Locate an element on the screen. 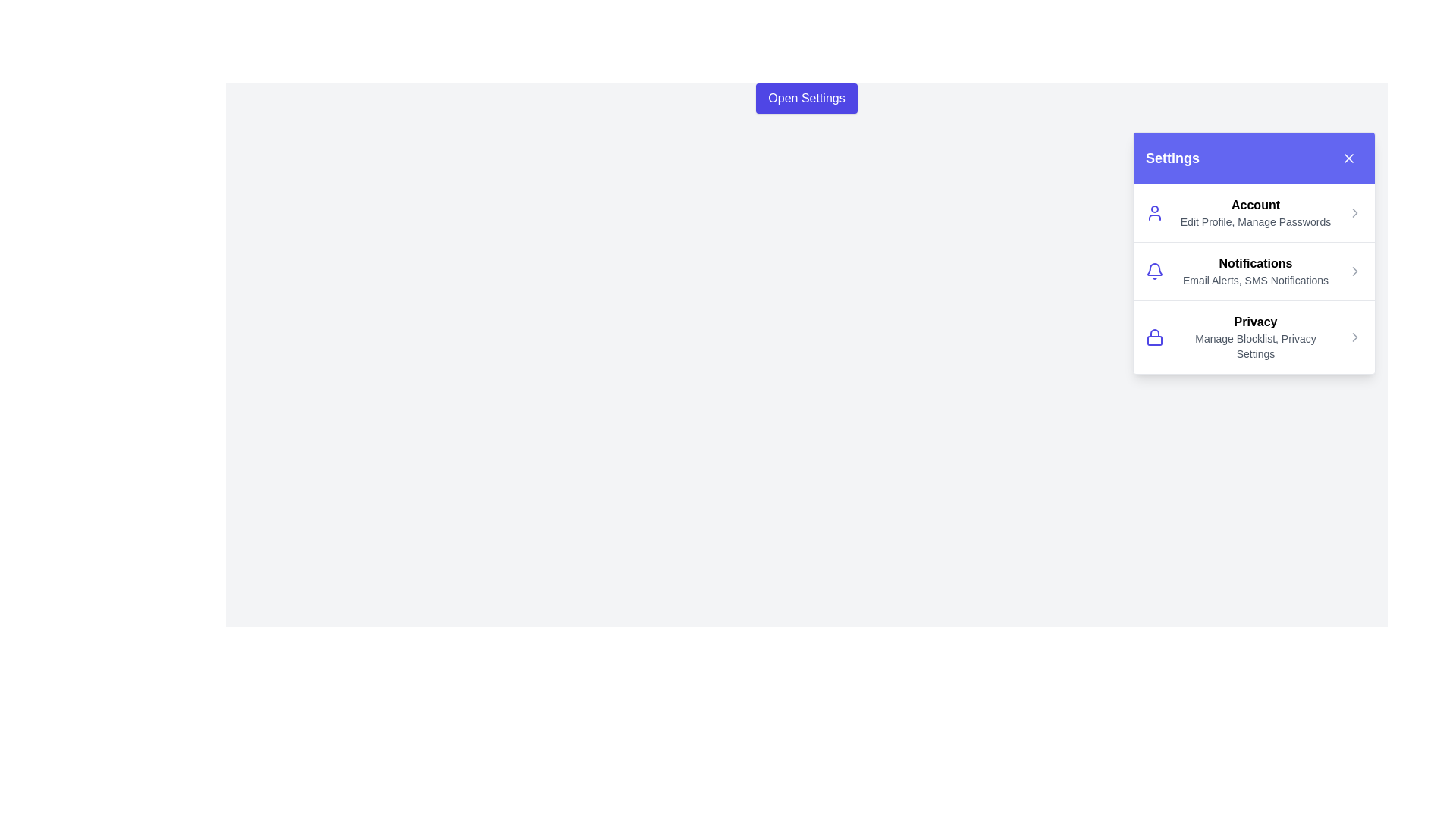  the 'Email Alerts, SMS Notifications' text label located beneath the 'Notifications' title in the settings menu is located at coordinates (1256, 281).